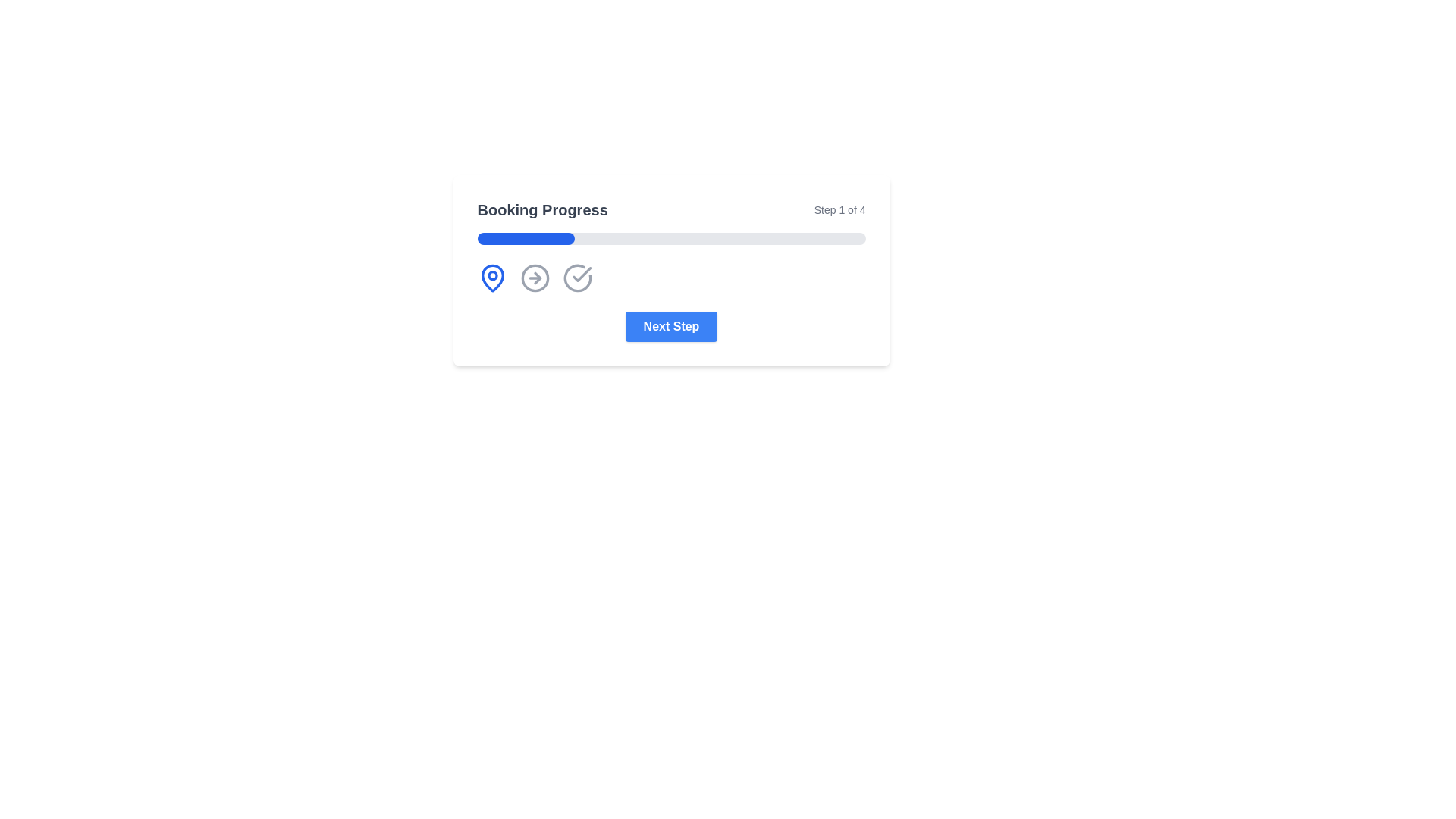 The image size is (1456, 819). Describe the element at coordinates (670, 326) in the screenshot. I see `the 'Next Step' button with a blue background and white bold text to proceed to the next step` at that location.